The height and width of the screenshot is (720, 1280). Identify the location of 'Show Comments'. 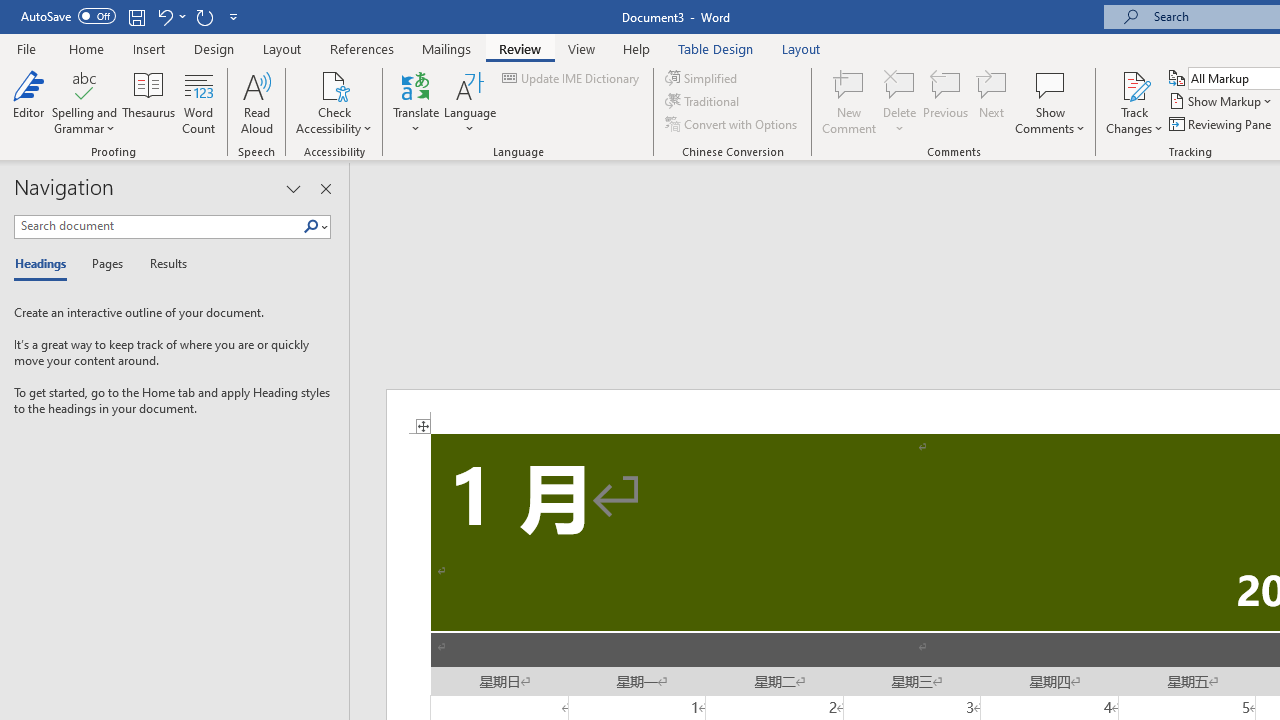
(1049, 84).